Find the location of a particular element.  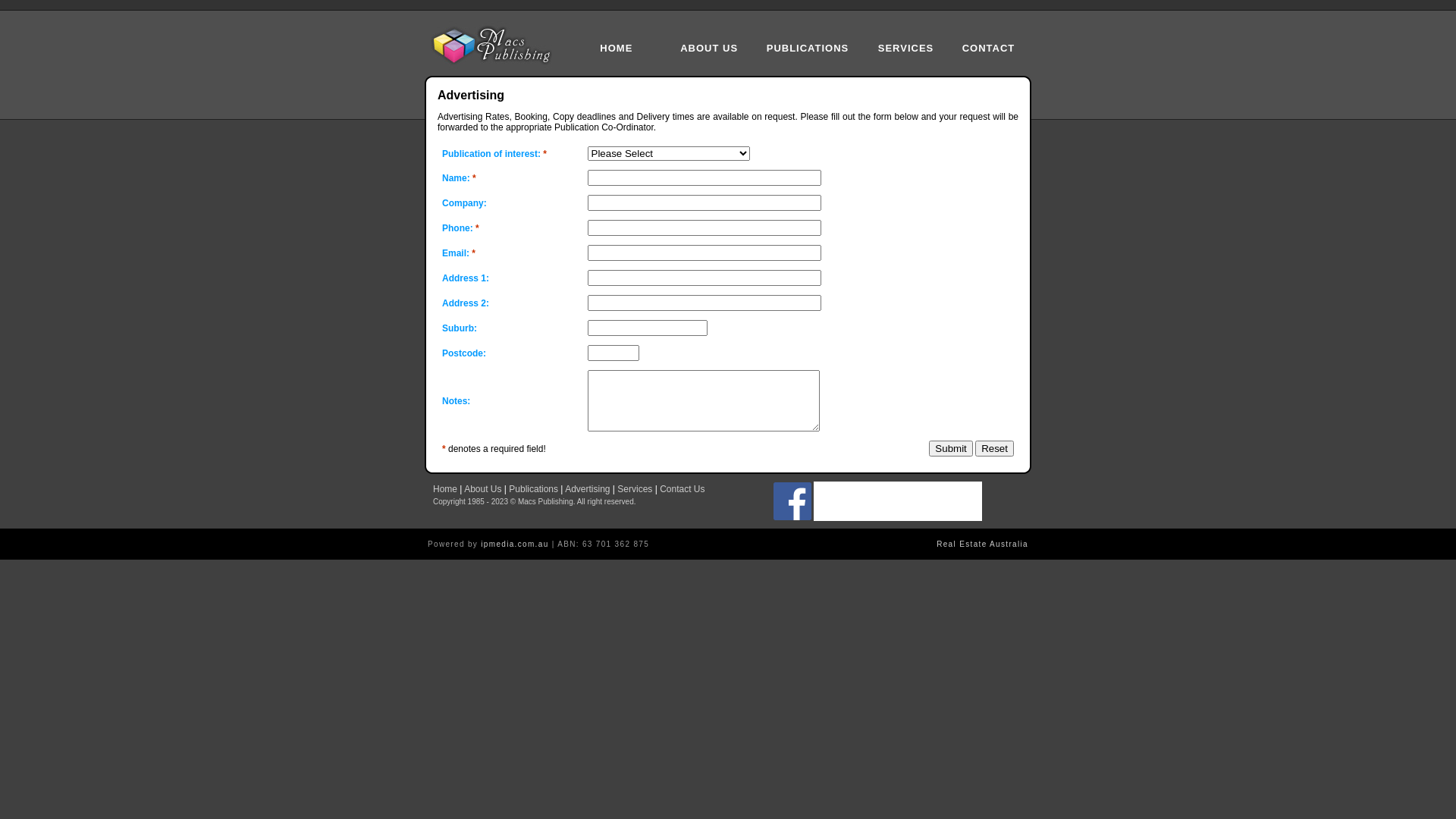

'Visit Macs Publishing on Facebook' is located at coordinates (792, 516).